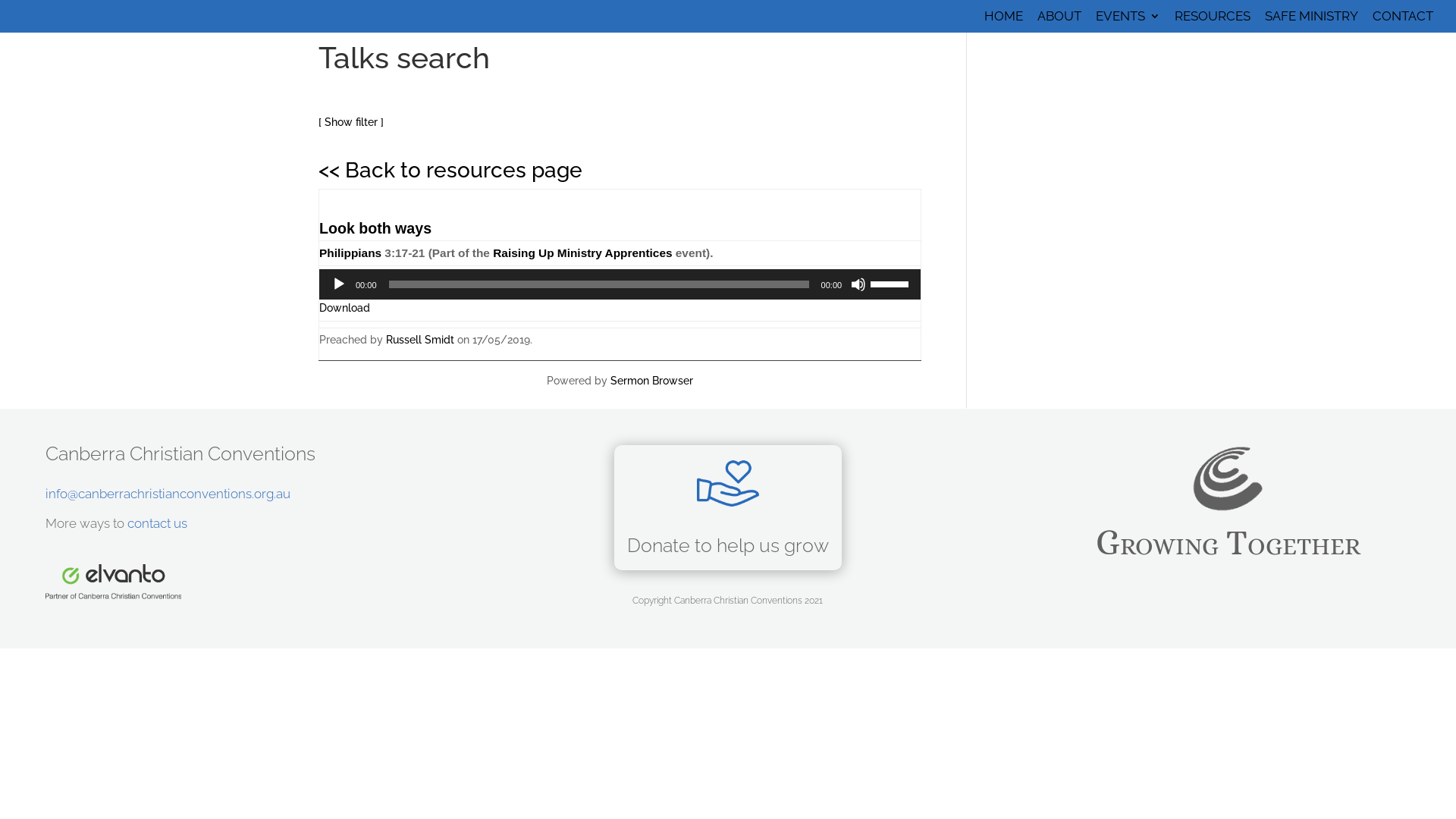  Describe the element at coordinates (1058, 20) in the screenshot. I see `'ABOUT'` at that location.